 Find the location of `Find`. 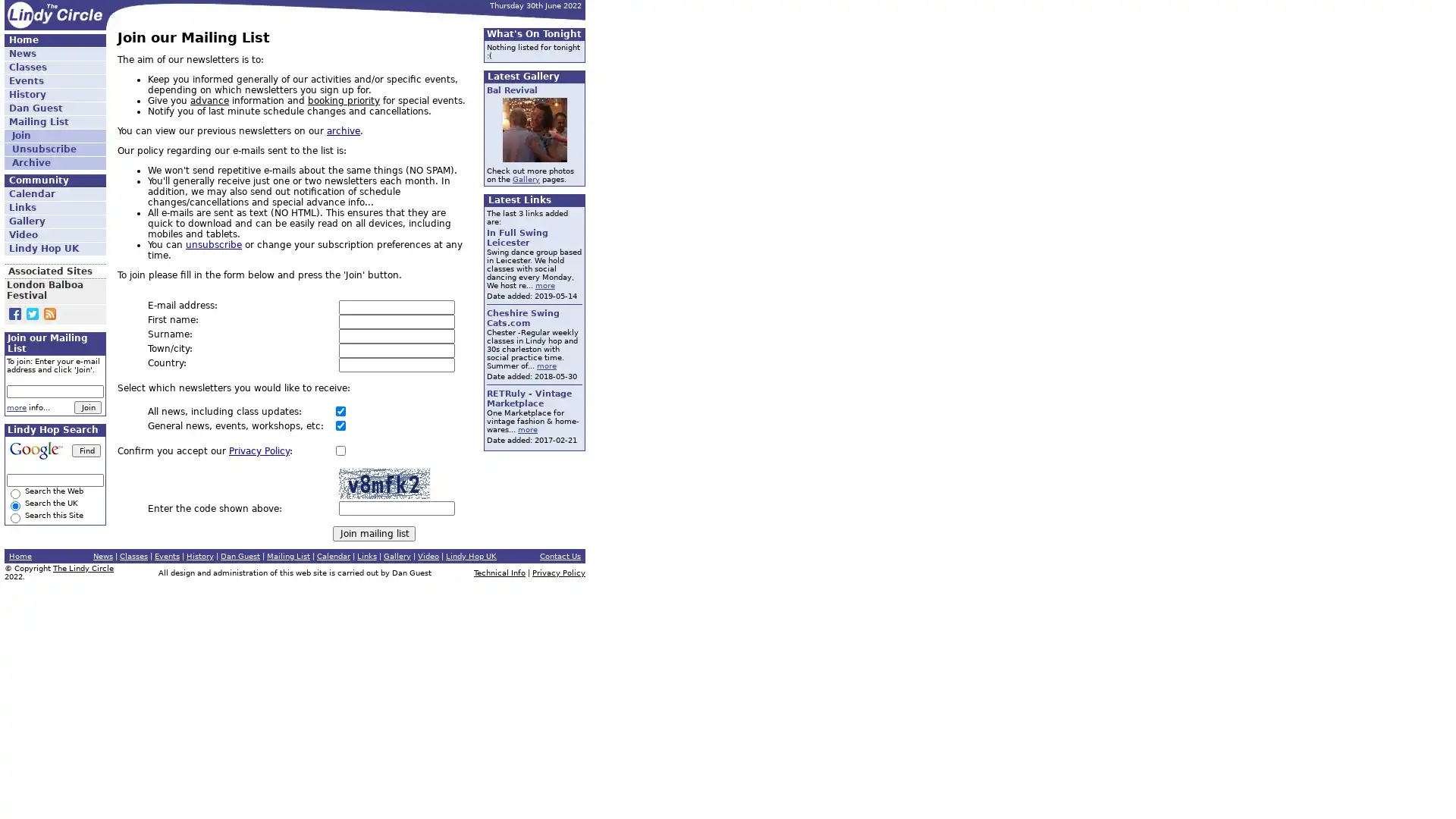

Find is located at coordinates (86, 449).